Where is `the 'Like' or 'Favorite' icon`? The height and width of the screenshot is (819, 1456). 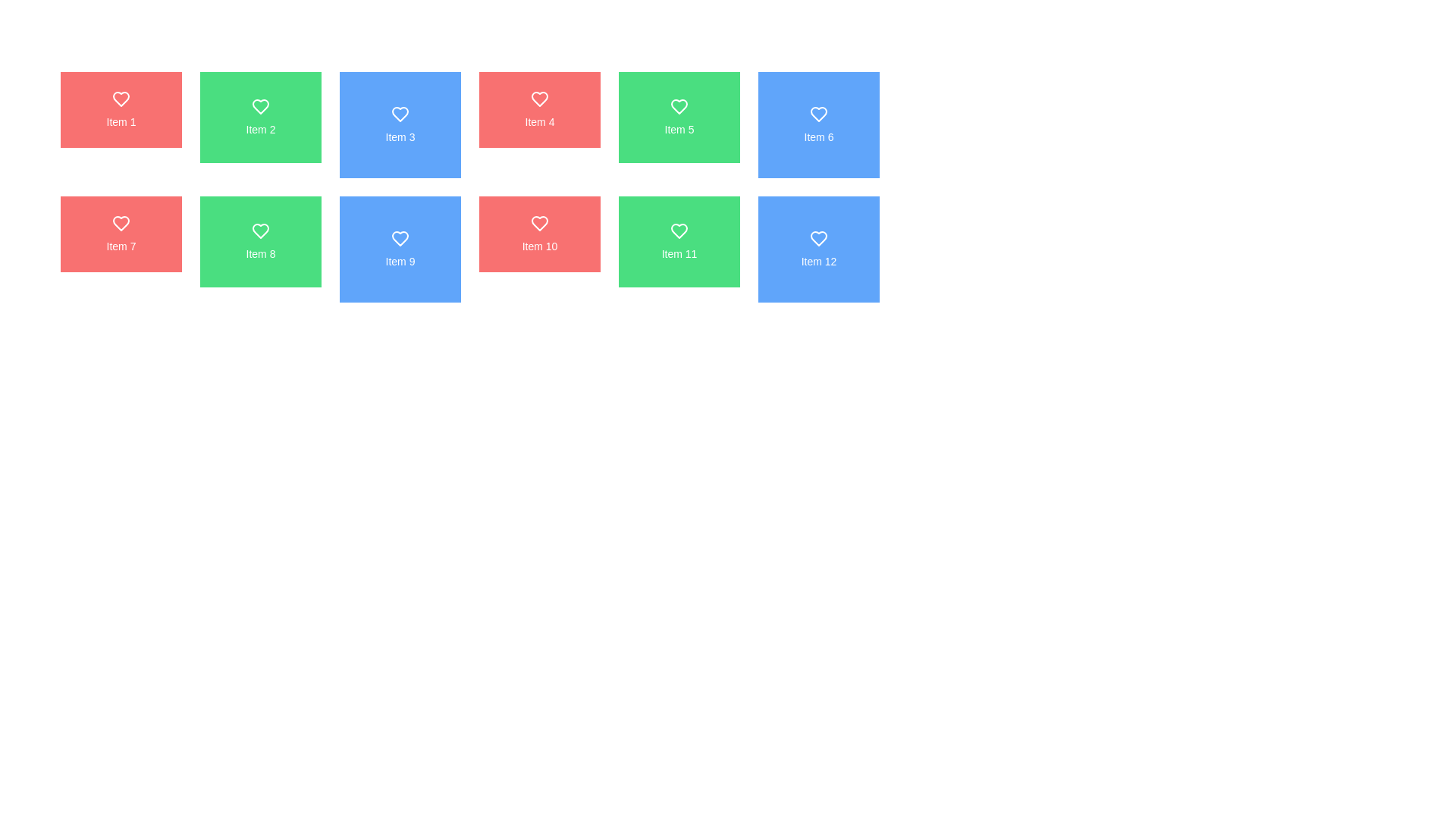 the 'Like' or 'Favorite' icon is located at coordinates (400, 113).